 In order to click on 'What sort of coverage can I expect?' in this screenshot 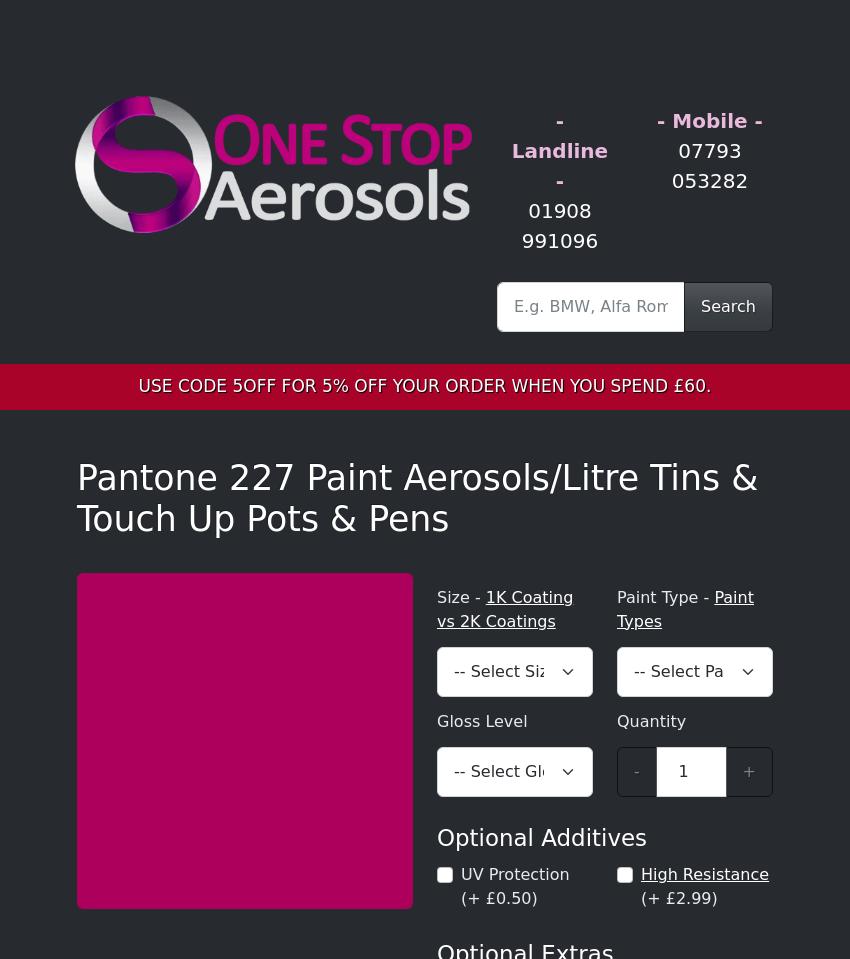, I will do `click(242, 590)`.